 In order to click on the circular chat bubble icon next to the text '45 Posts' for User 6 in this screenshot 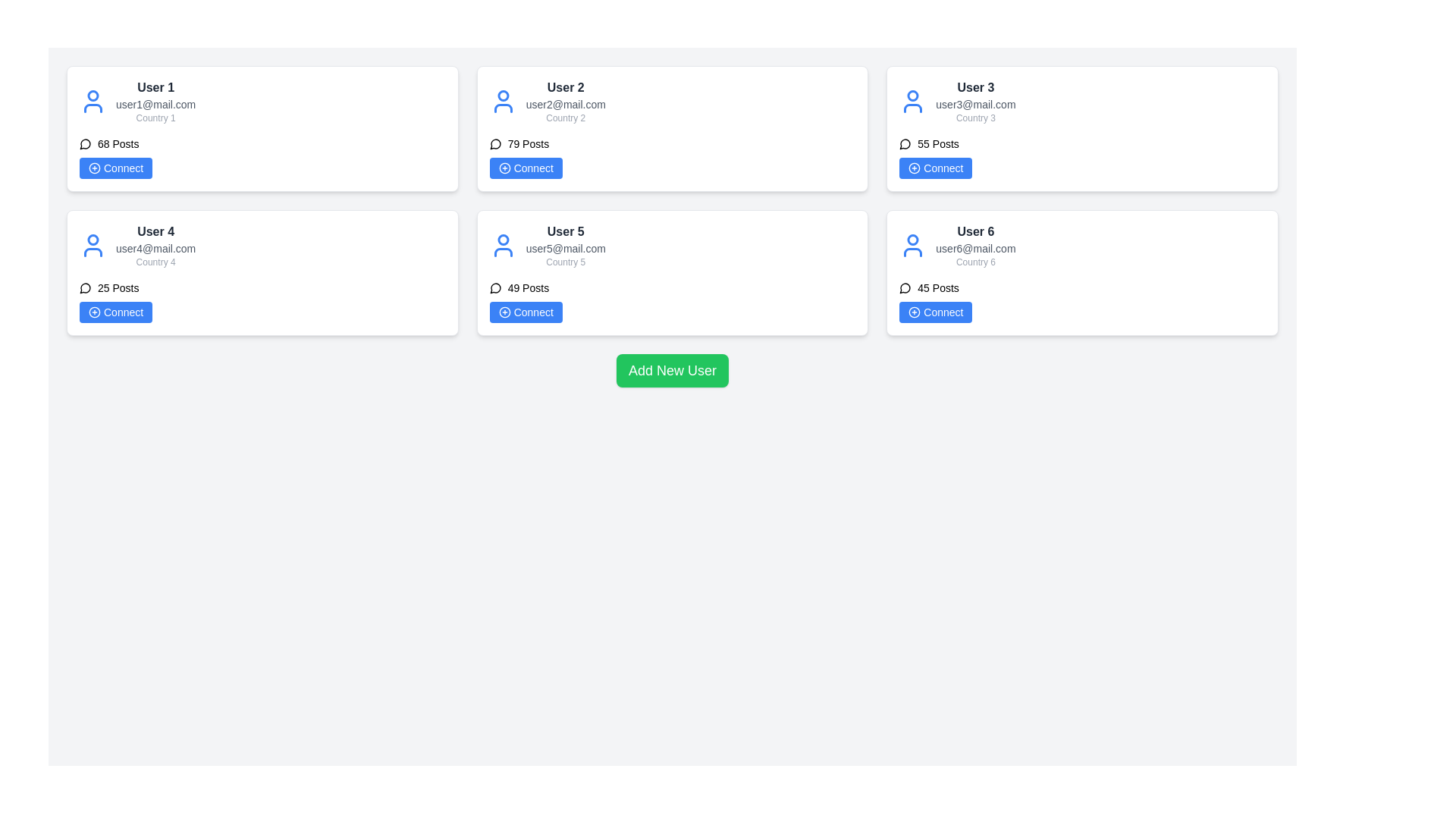, I will do `click(905, 288)`.